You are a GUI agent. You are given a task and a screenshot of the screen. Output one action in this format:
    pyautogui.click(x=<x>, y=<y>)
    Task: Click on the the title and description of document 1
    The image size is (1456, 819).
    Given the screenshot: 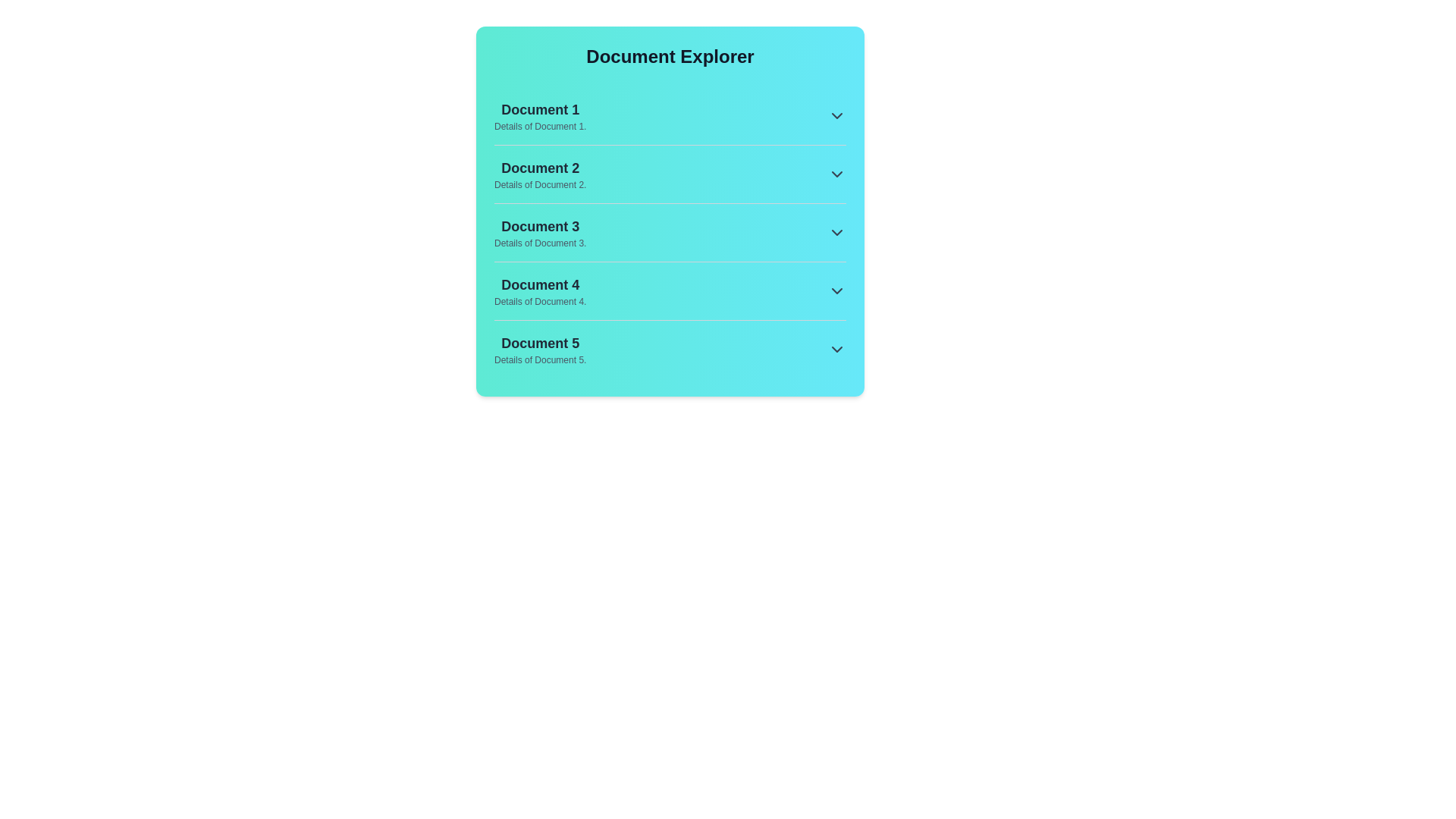 What is the action you would take?
    pyautogui.click(x=540, y=109)
    